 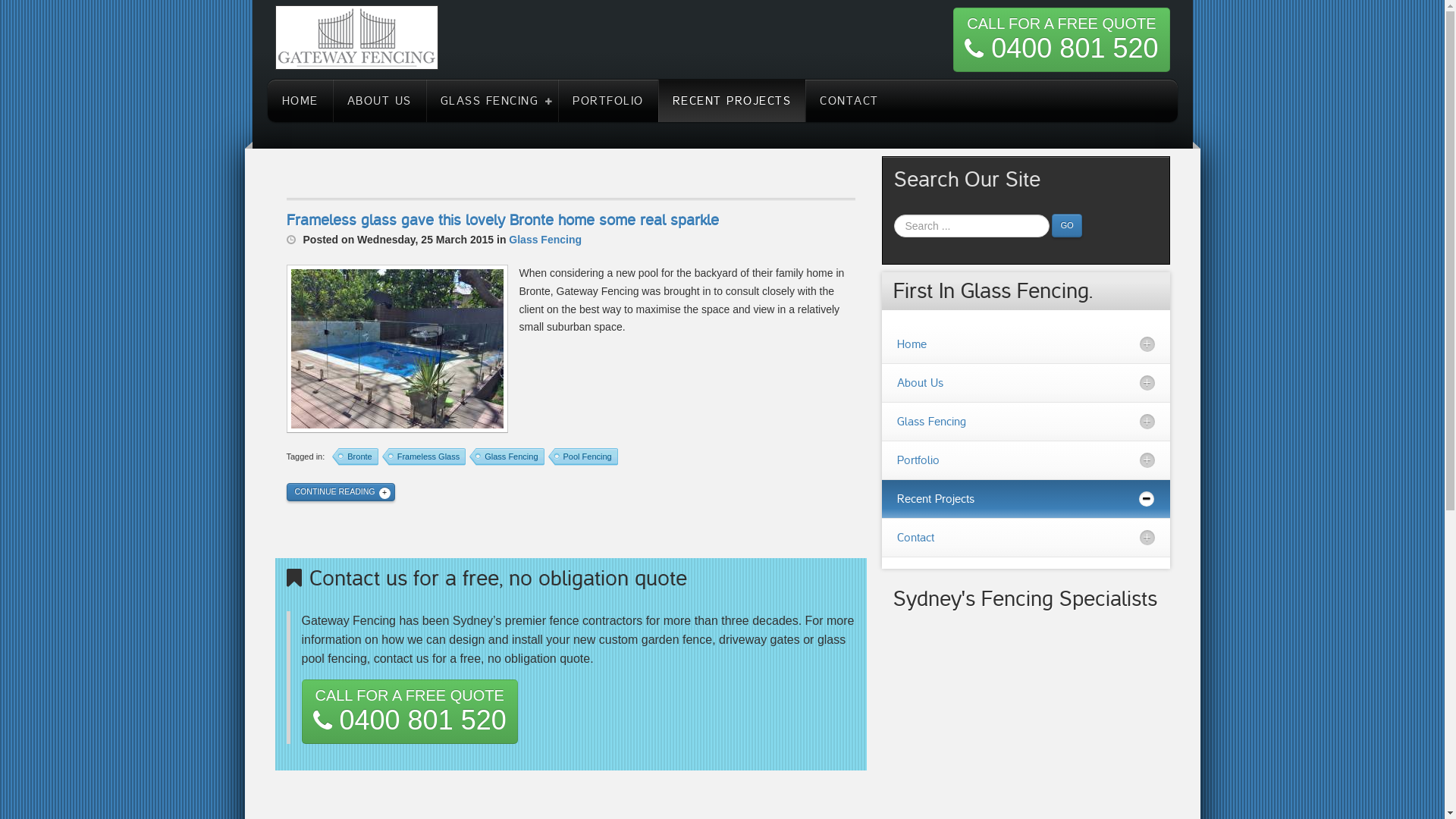 I want to click on 'GO', so click(x=1065, y=225).